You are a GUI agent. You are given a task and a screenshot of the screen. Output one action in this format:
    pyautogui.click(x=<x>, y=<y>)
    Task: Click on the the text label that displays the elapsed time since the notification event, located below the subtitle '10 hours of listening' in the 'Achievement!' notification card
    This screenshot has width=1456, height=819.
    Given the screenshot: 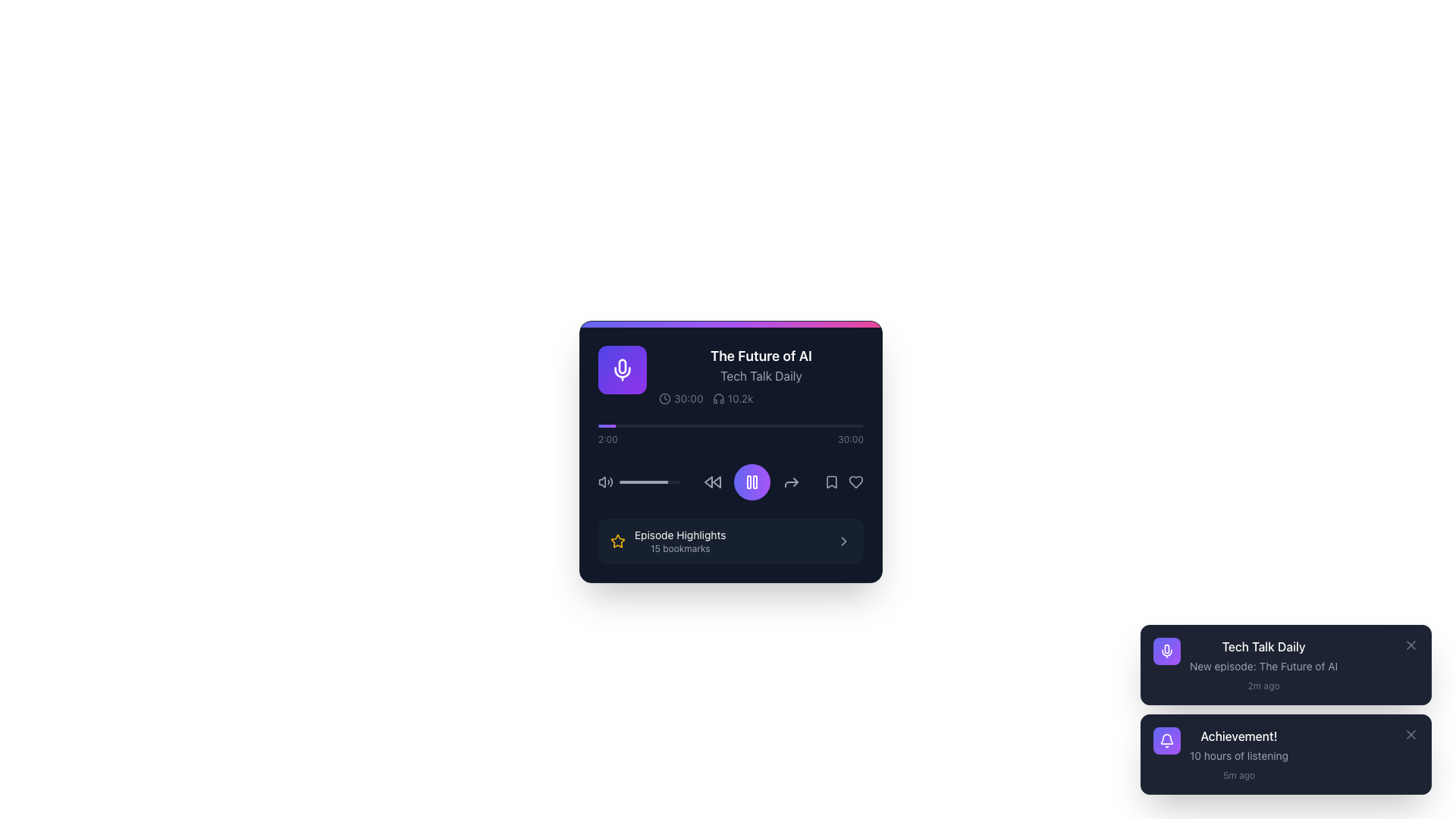 What is the action you would take?
    pyautogui.click(x=1239, y=775)
    